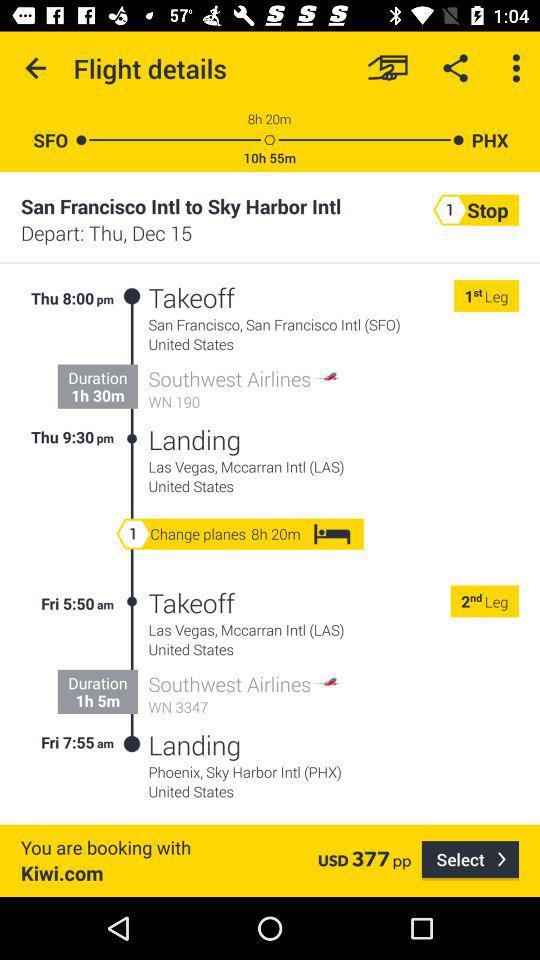 This screenshot has width=540, height=960. What do you see at coordinates (132, 367) in the screenshot?
I see `icon to the left of the takeoff item` at bounding box center [132, 367].